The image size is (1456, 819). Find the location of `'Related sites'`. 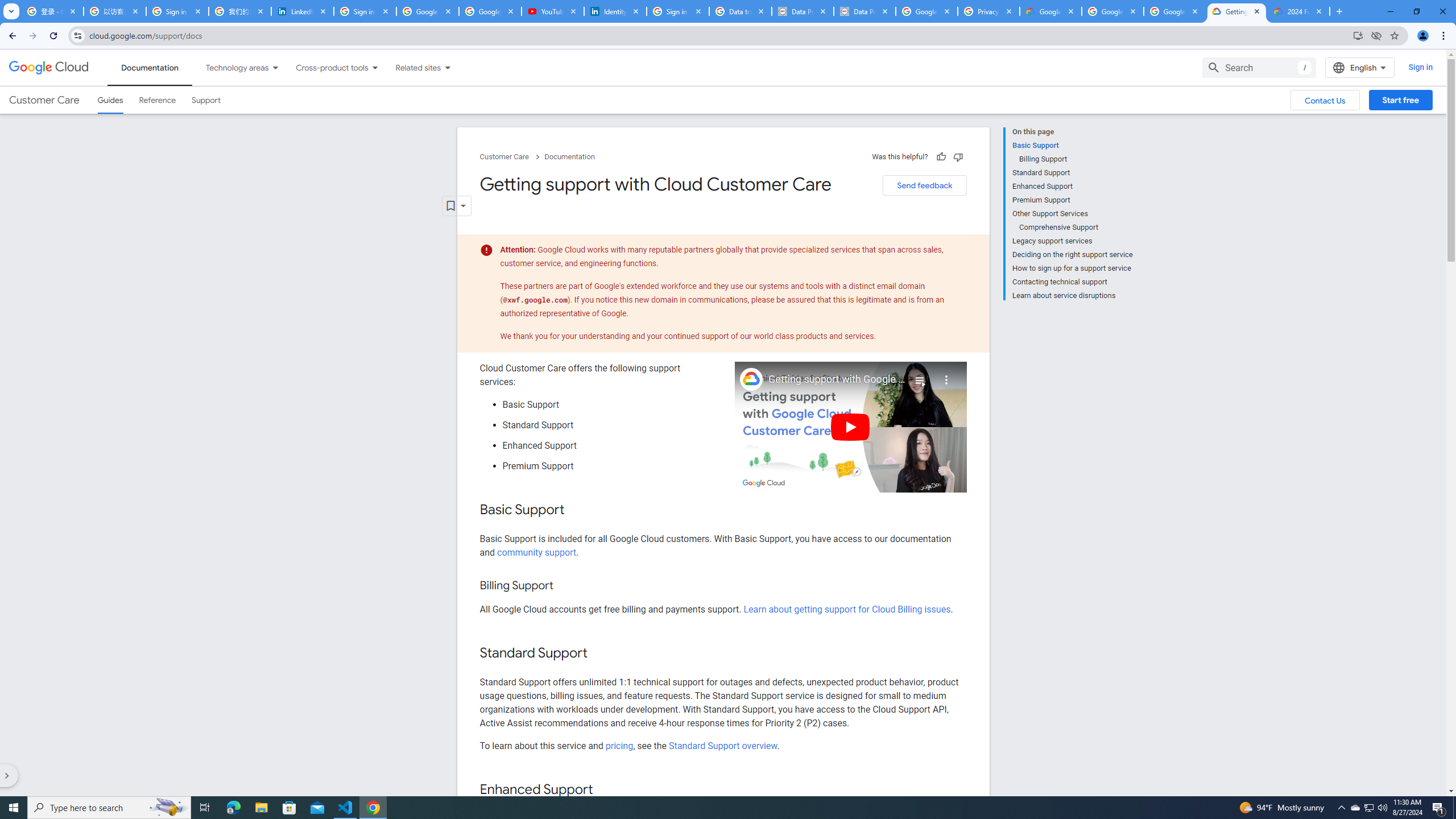

'Related sites' is located at coordinates (411, 67).